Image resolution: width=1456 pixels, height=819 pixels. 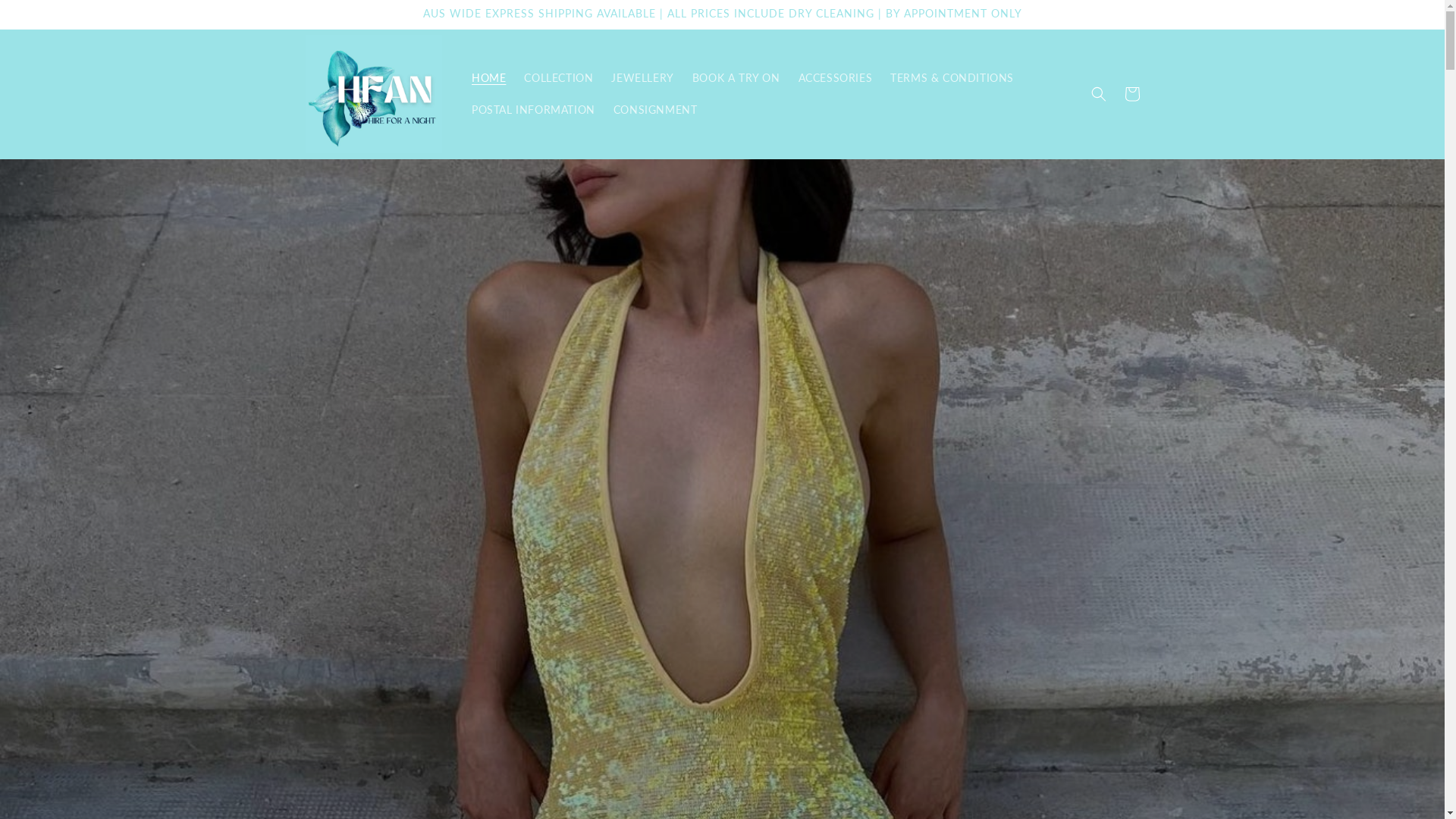 I want to click on 'JEWELLERY', so click(x=642, y=78).